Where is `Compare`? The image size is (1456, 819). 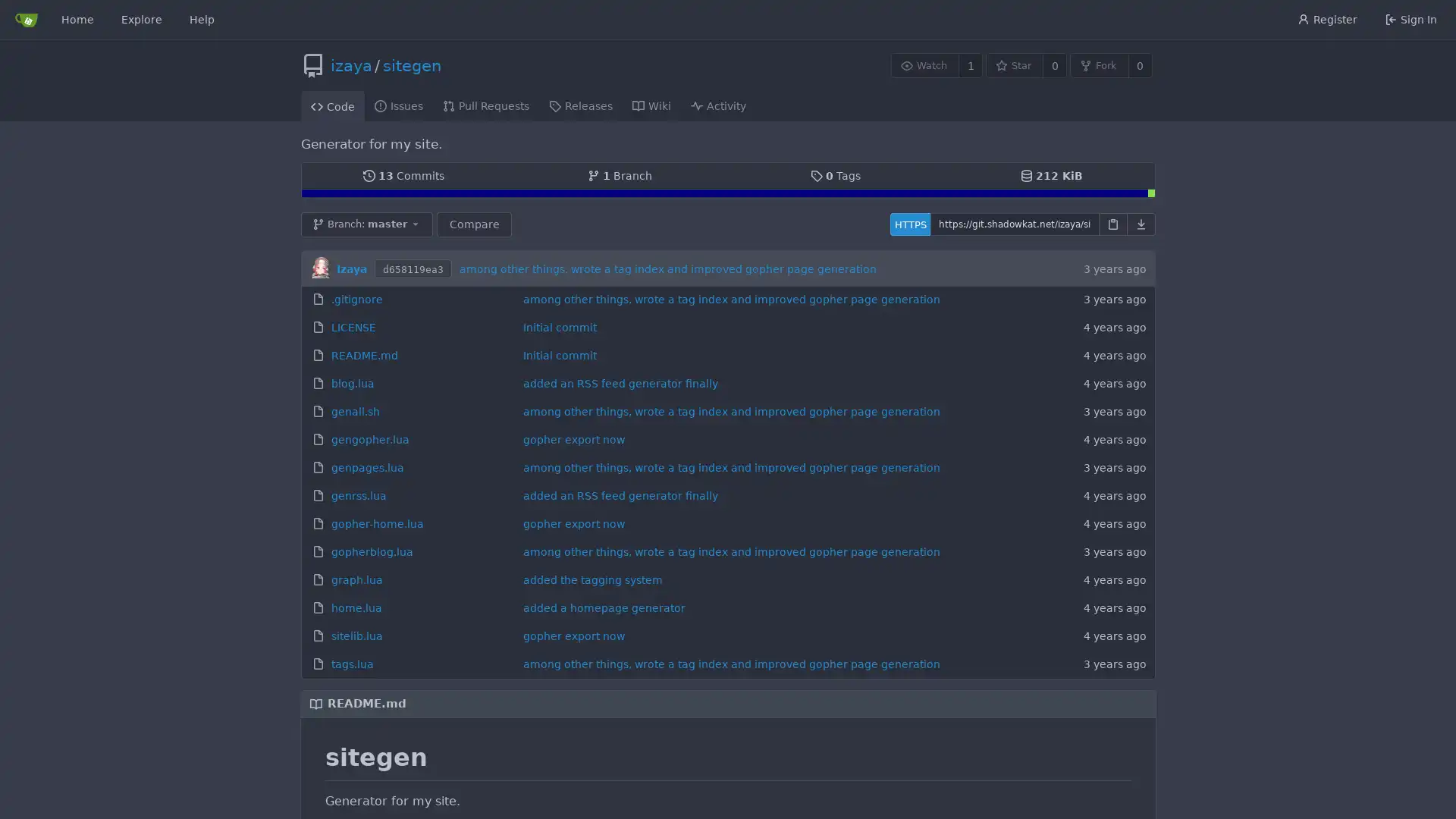
Compare is located at coordinates (472, 224).